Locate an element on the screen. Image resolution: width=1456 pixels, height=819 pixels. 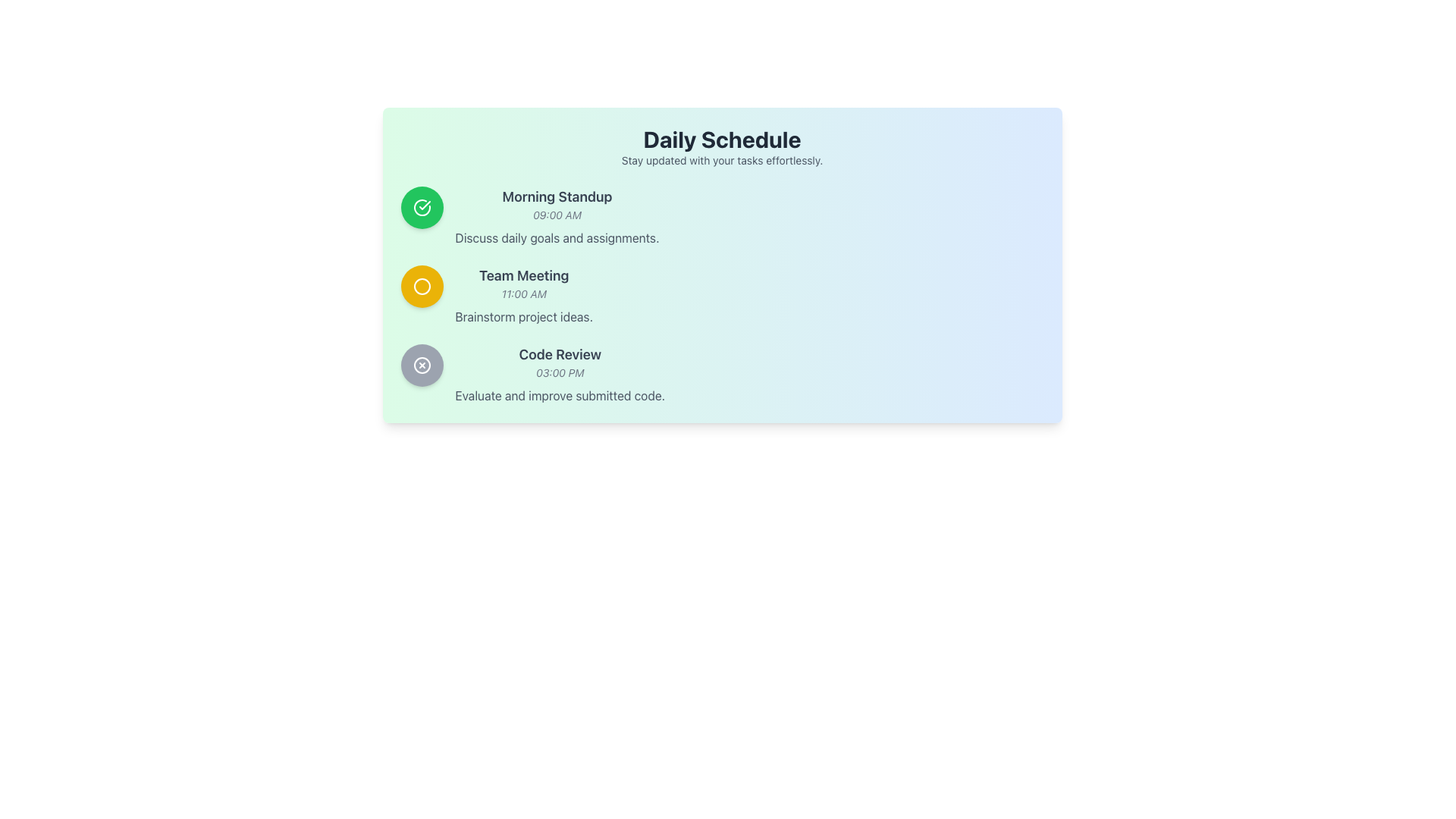
the third Icon button or indicator for the 'Code Review' task located to the left of the task item in a list of scheduled events is located at coordinates (422, 366).